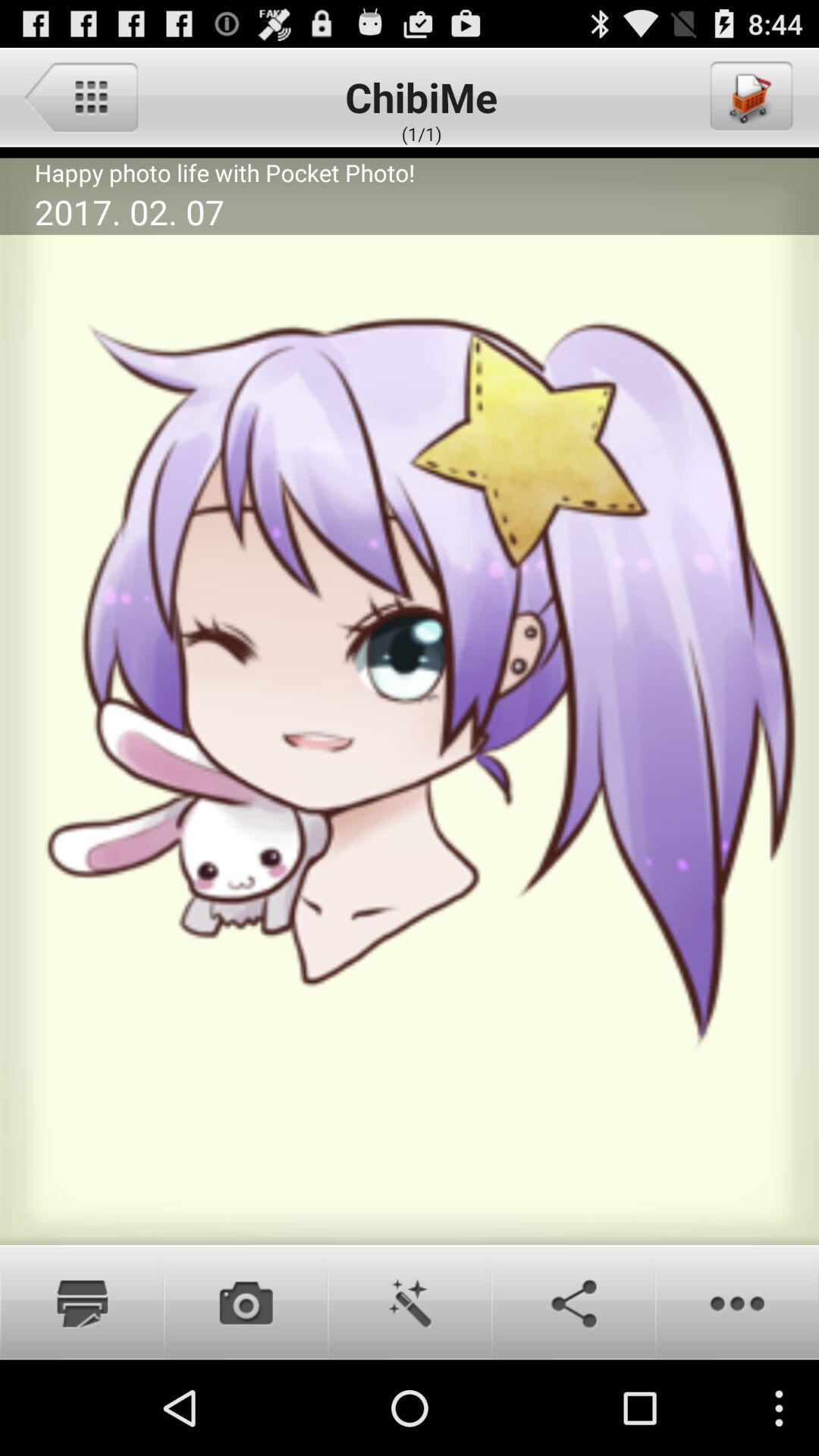 This screenshot has width=819, height=1456. I want to click on shopping cart, so click(749, 96).